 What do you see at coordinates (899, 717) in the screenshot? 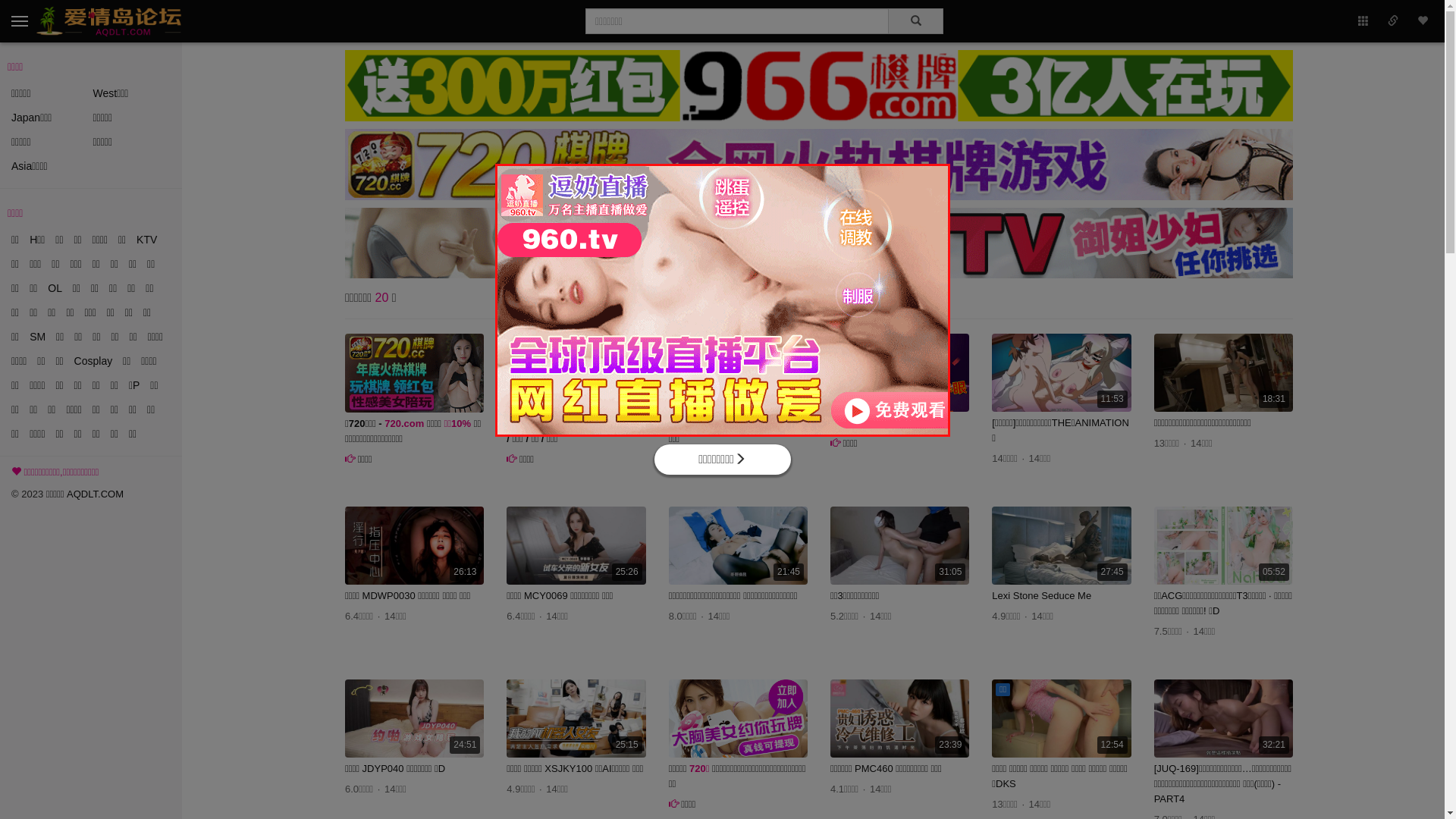
I see `'23:39'` at bounding box center [899, 717].